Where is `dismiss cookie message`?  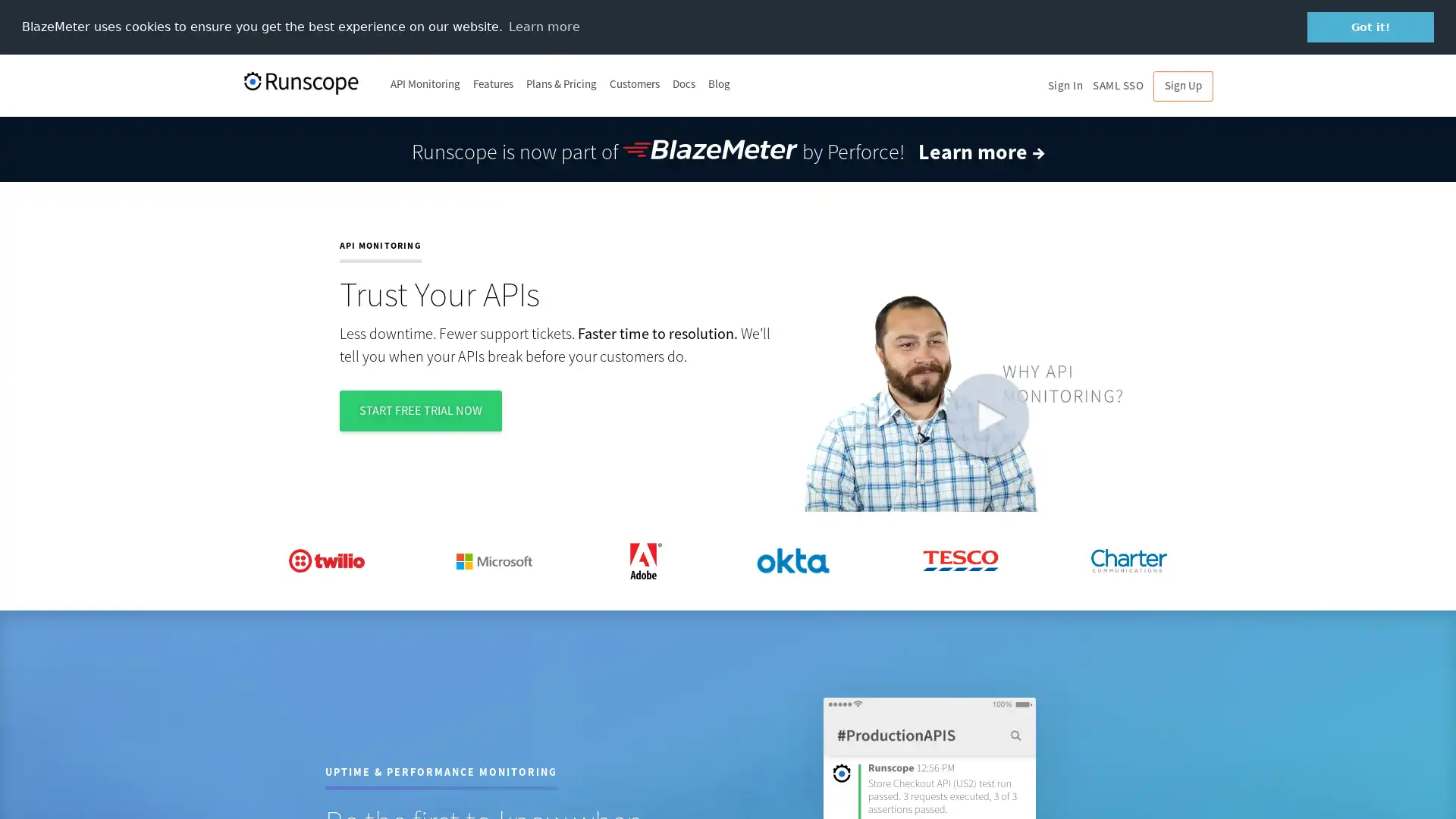 dismiss cookie message is located at coordinates (1370, 27).